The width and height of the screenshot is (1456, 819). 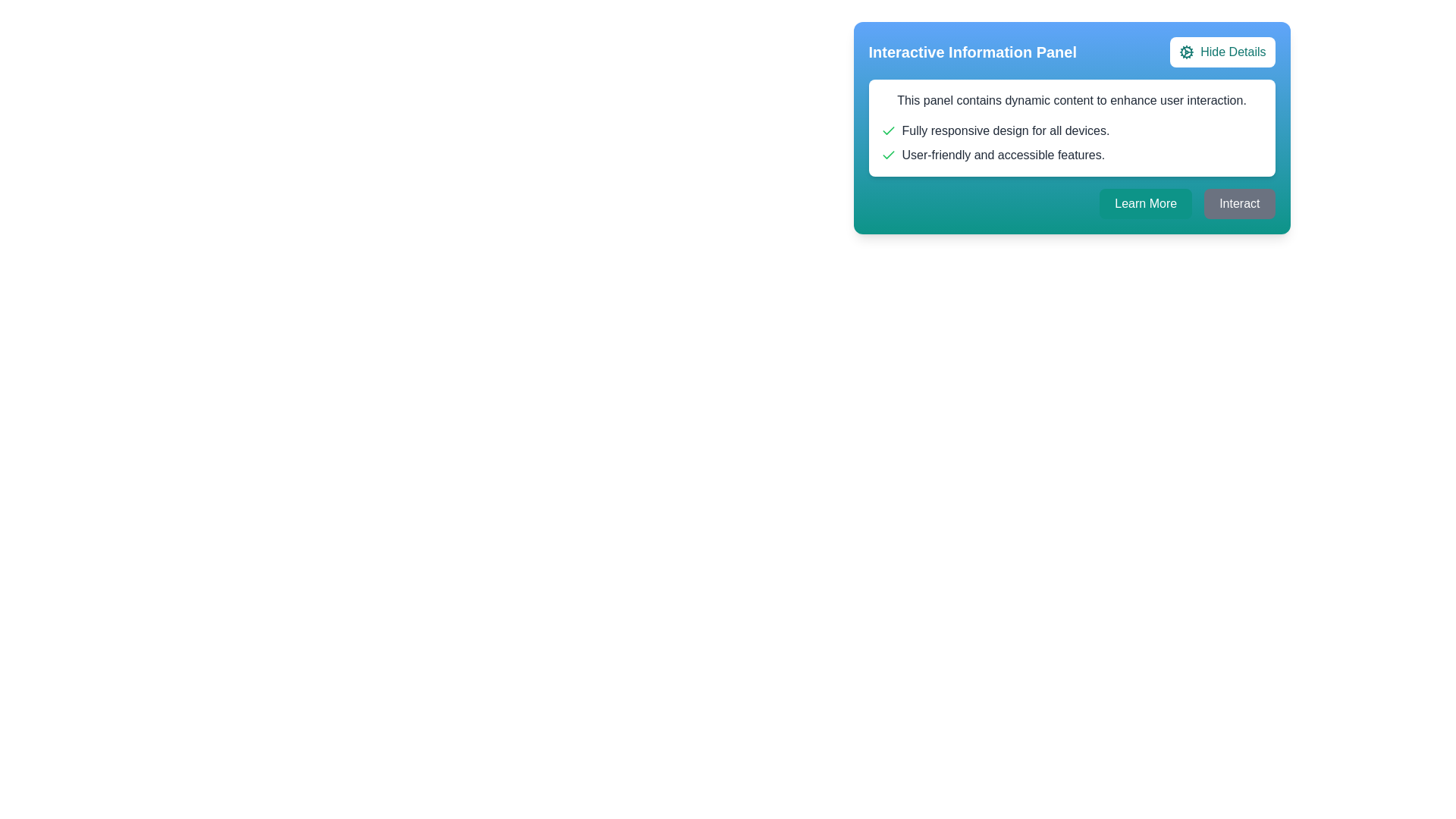 I want to click on the button located in the bottom-right part of the teal panel, which is aligned next to the 'Interact' button, so click(x=1146, y=203).